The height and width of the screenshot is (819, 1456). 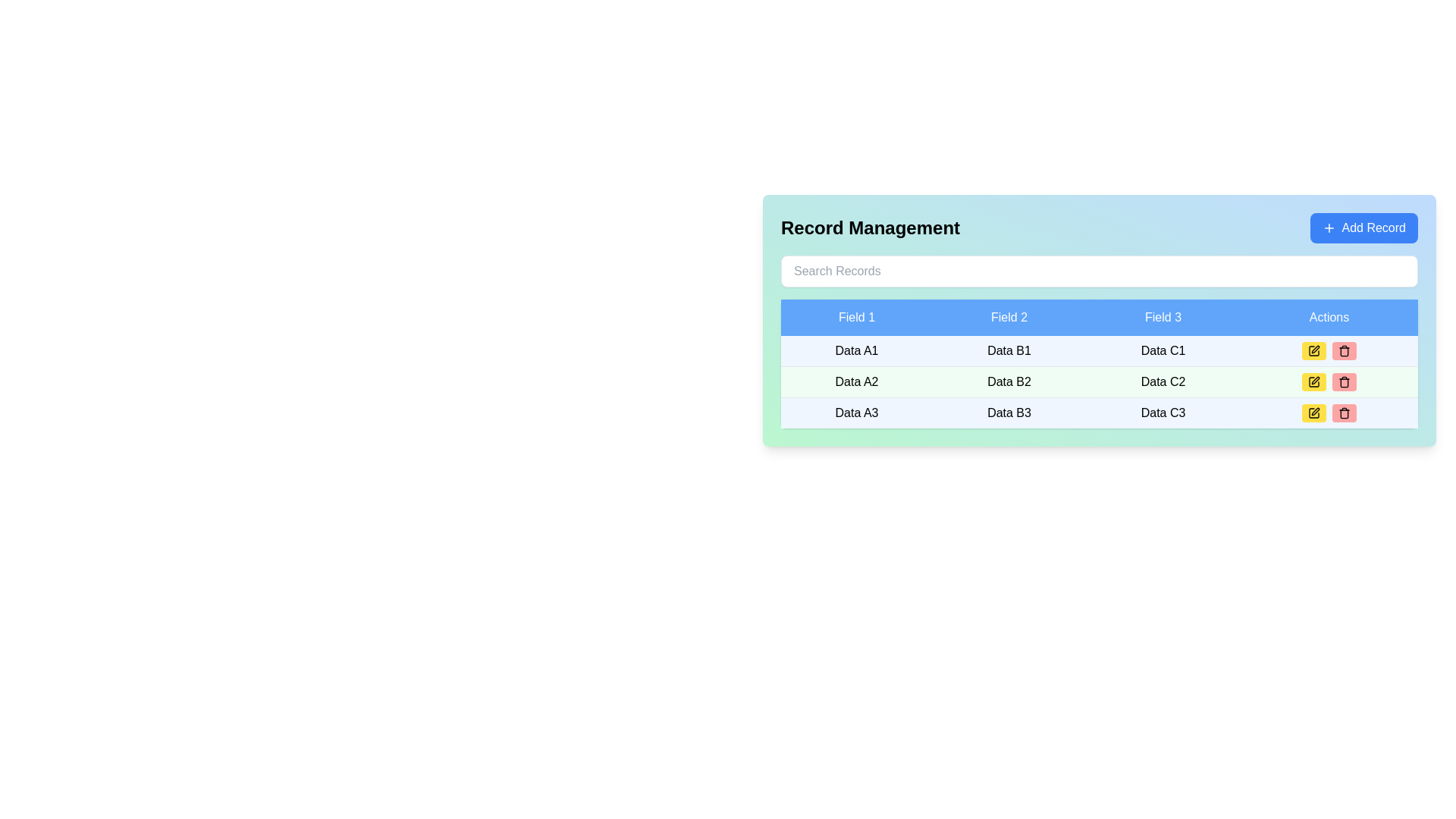 I want to click on the text label that serves as the heading or title for the section, positioned to the left of the 'Add Record' button, so click(x=870, y=227).